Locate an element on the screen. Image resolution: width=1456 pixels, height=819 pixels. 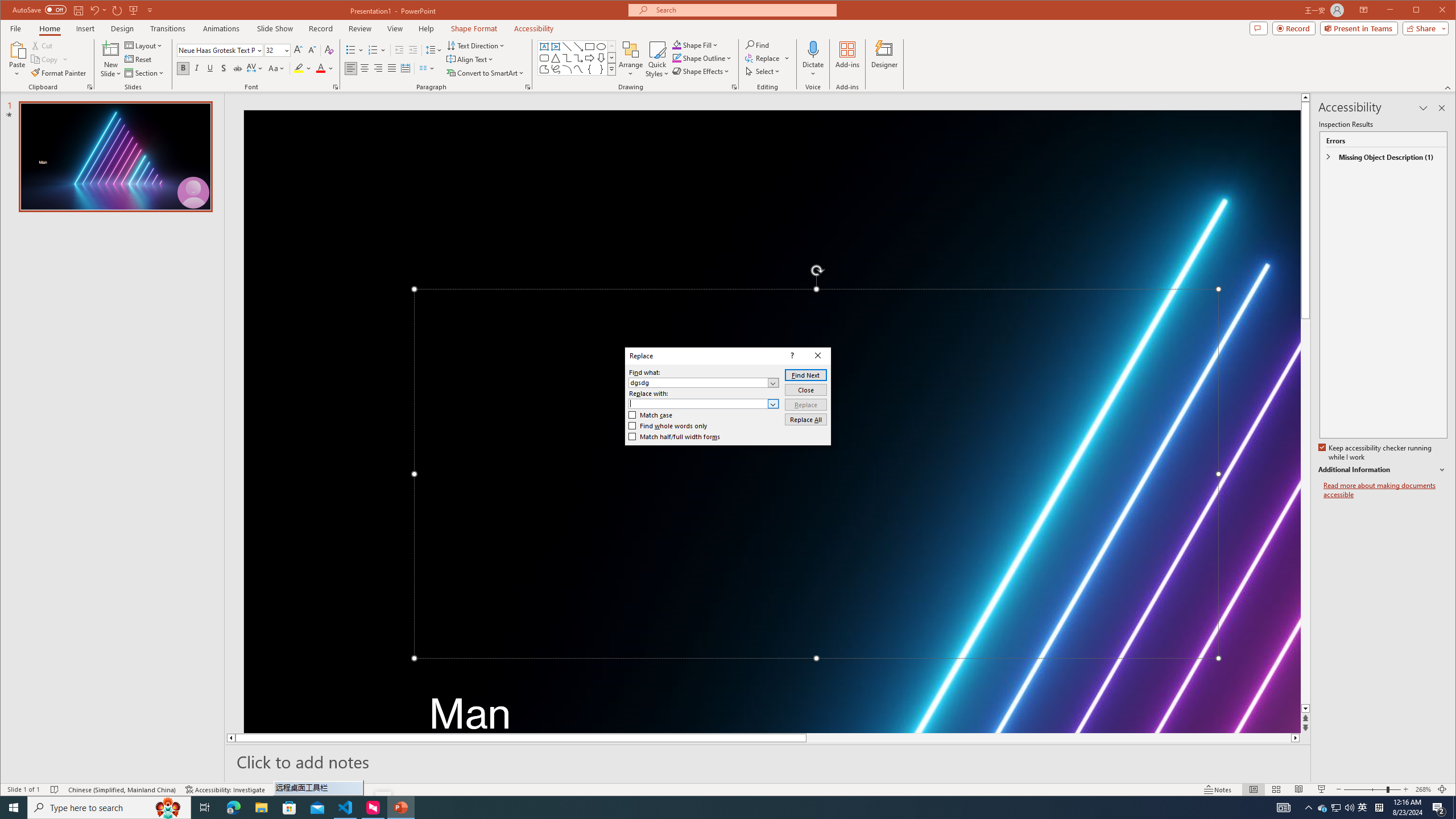
'Zoom 268%' is located at coordinates (1423, 789).